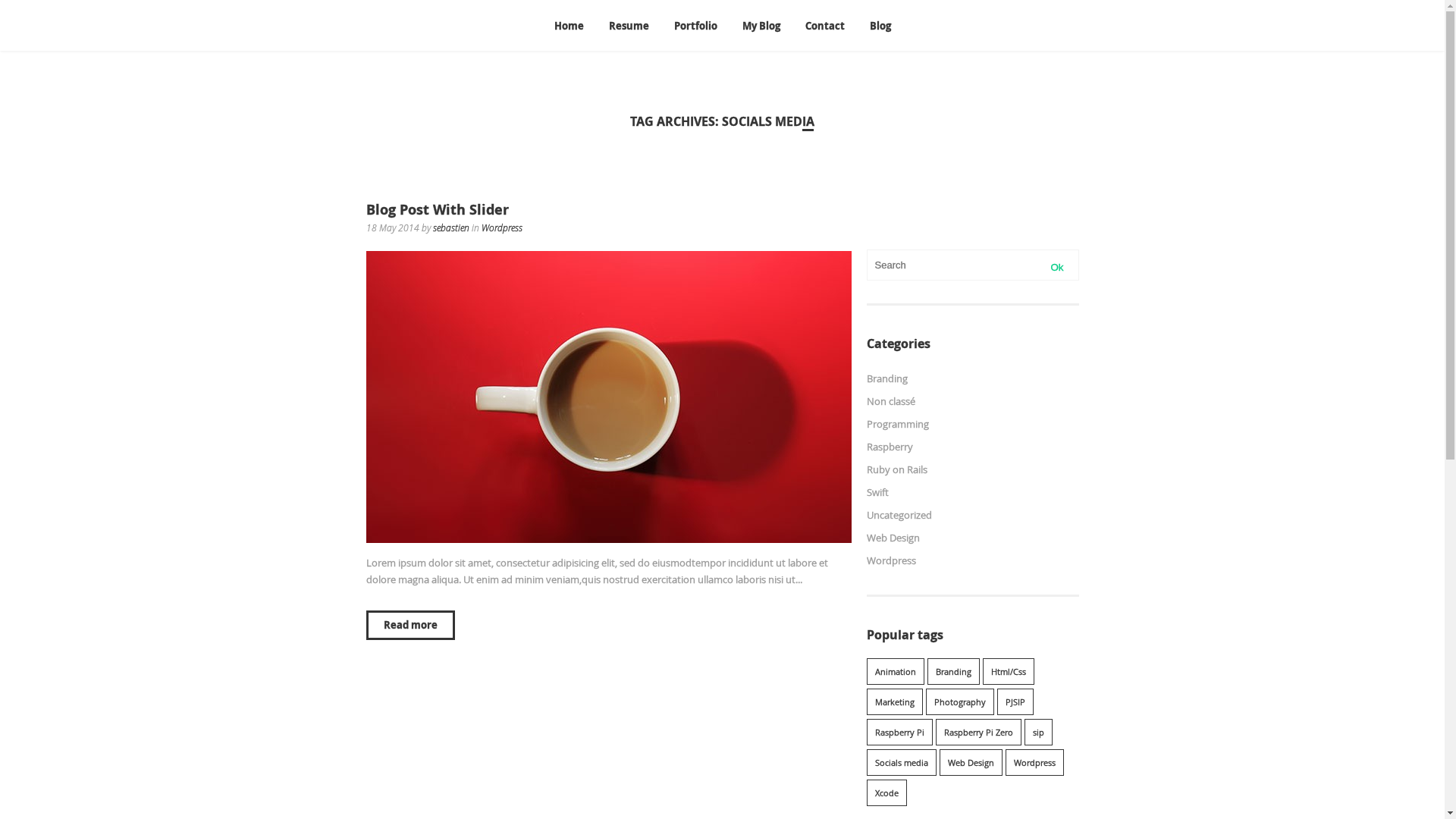  I want to click on 'Web Design', so click(938, 762).